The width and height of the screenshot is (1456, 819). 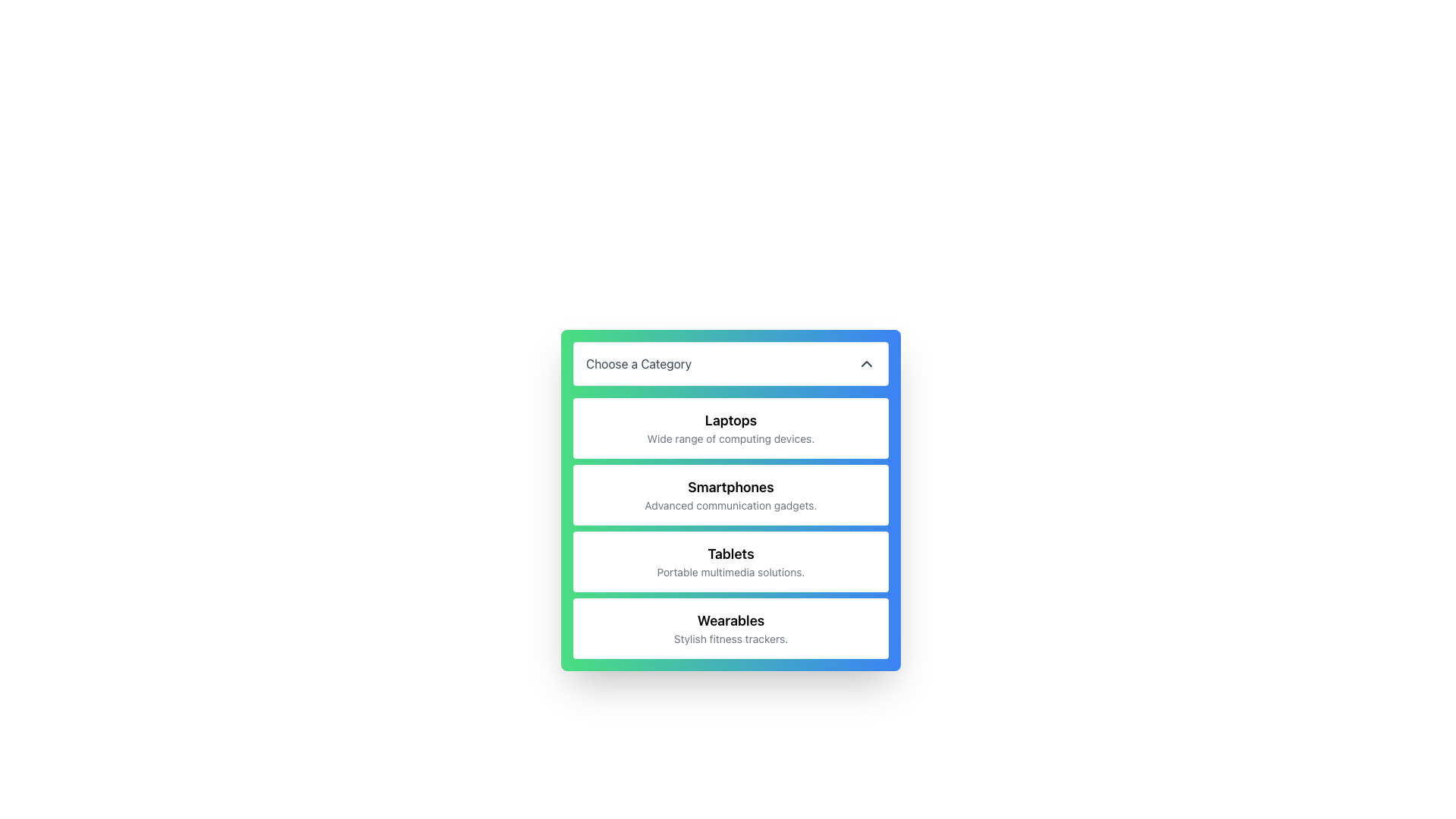 What do you see at coordinates (731, 573) in the screenshot?
I see `the static text label that reads 'Portable multimedia solutions.' which is located below the 'Tablets' heading in the selectable card labeled 'Tablets'` at bounding box center [731, 573].